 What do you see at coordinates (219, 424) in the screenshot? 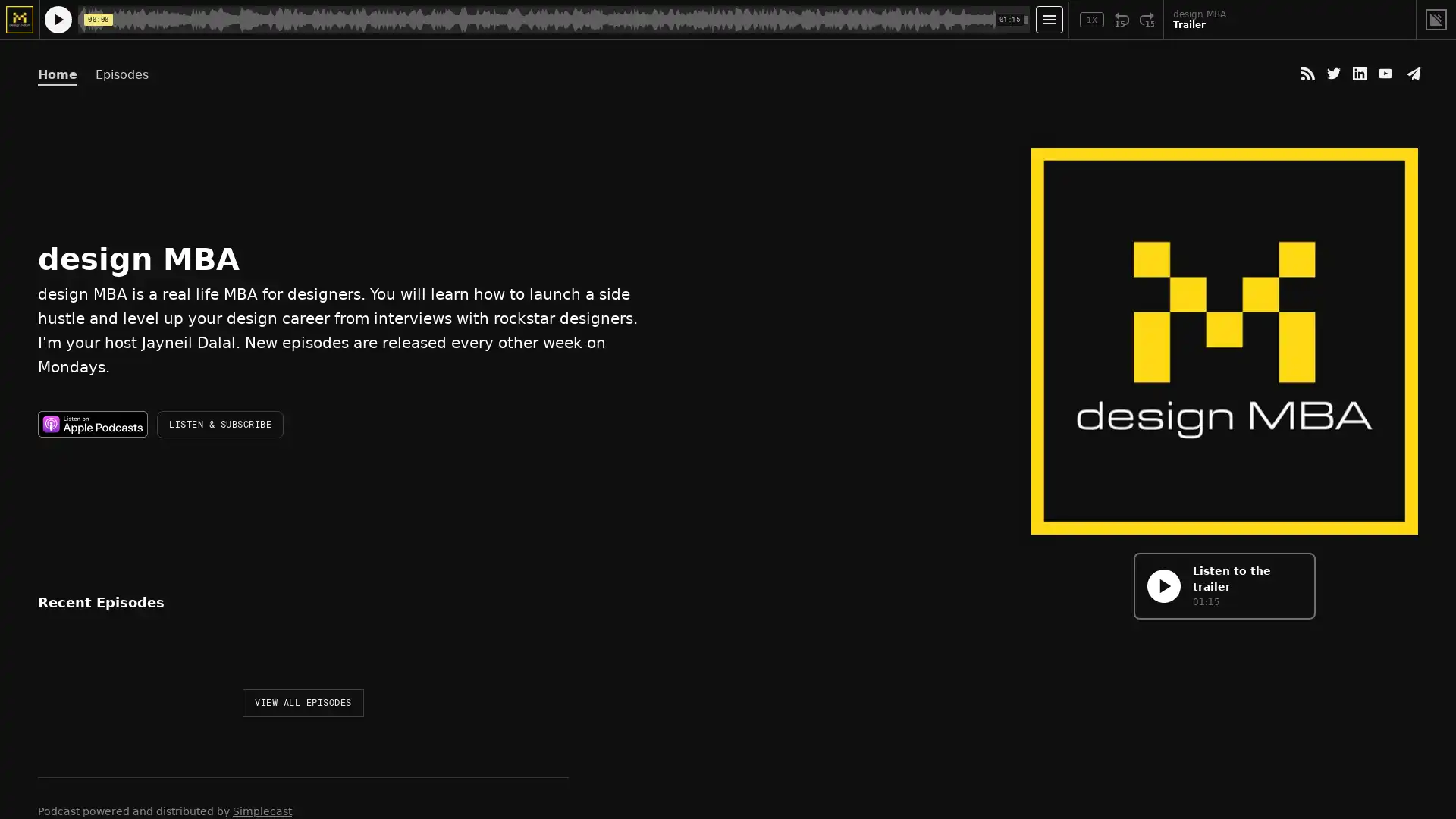
I see `LISTEN & SUBSCRIBE` at bounding box center [219, 424].